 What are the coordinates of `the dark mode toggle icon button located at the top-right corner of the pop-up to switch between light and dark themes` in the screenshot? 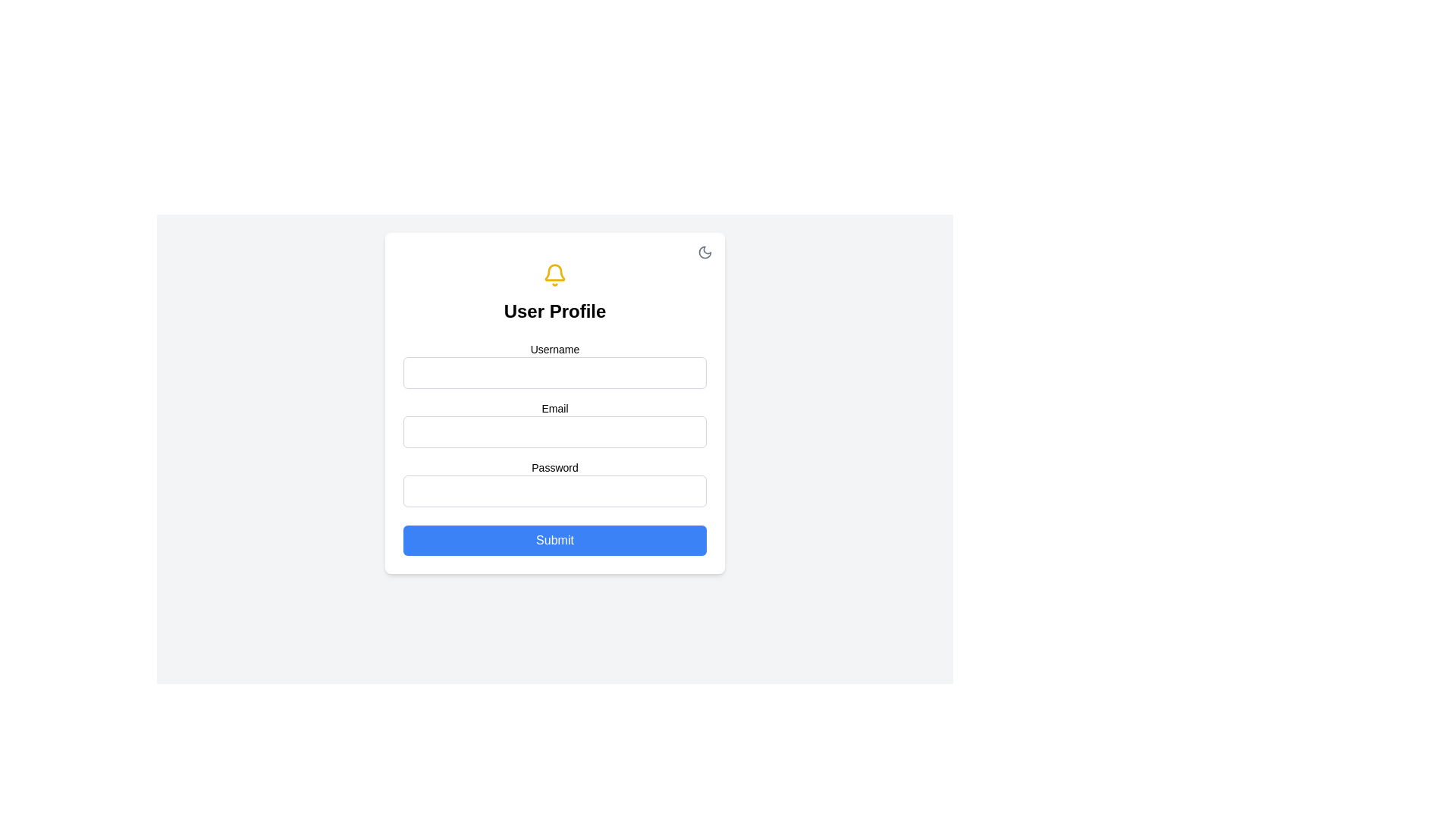 It's located at (704, 251).